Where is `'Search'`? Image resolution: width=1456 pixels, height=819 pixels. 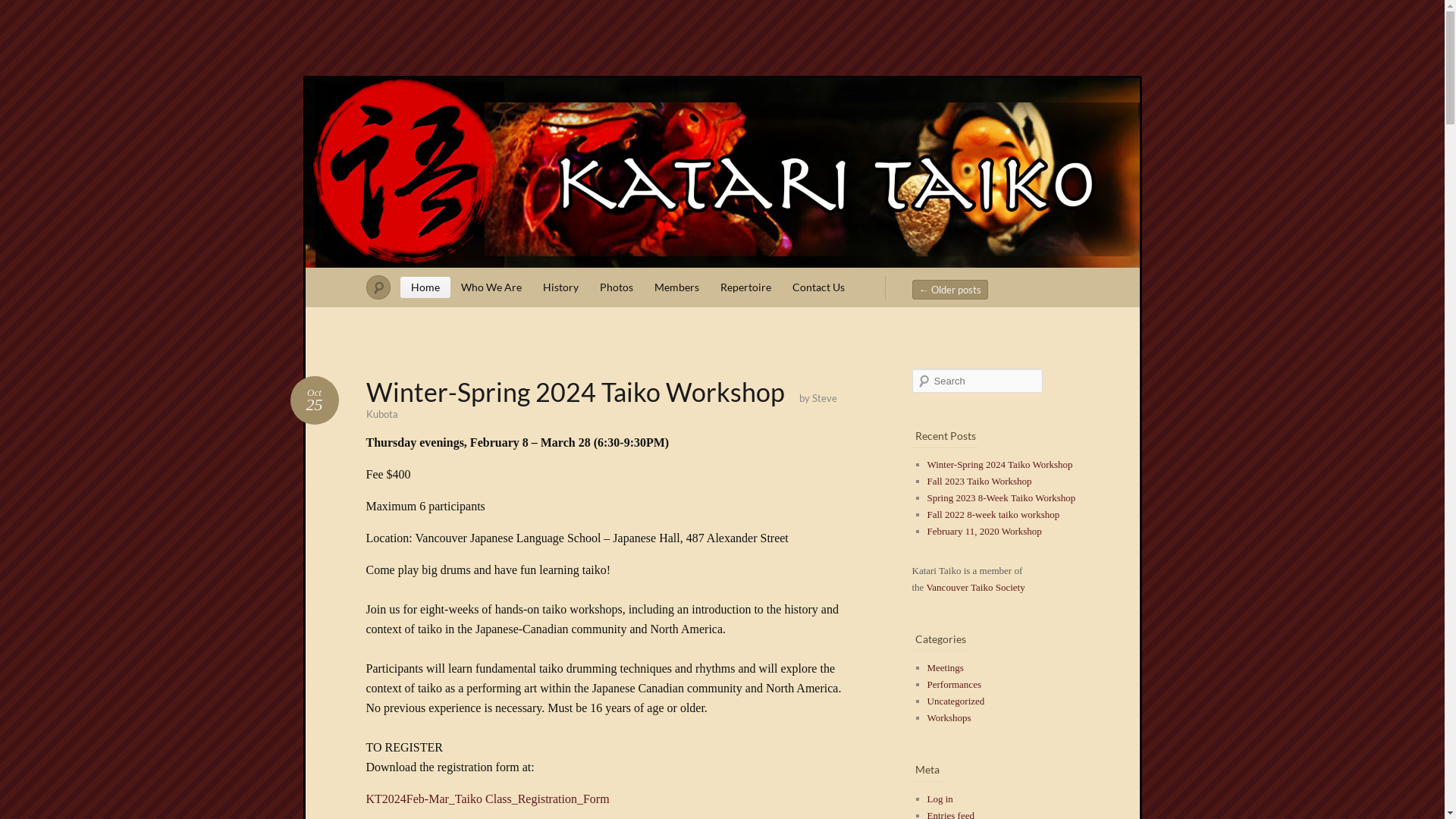 'Search' is located at coordinates (21, 8).